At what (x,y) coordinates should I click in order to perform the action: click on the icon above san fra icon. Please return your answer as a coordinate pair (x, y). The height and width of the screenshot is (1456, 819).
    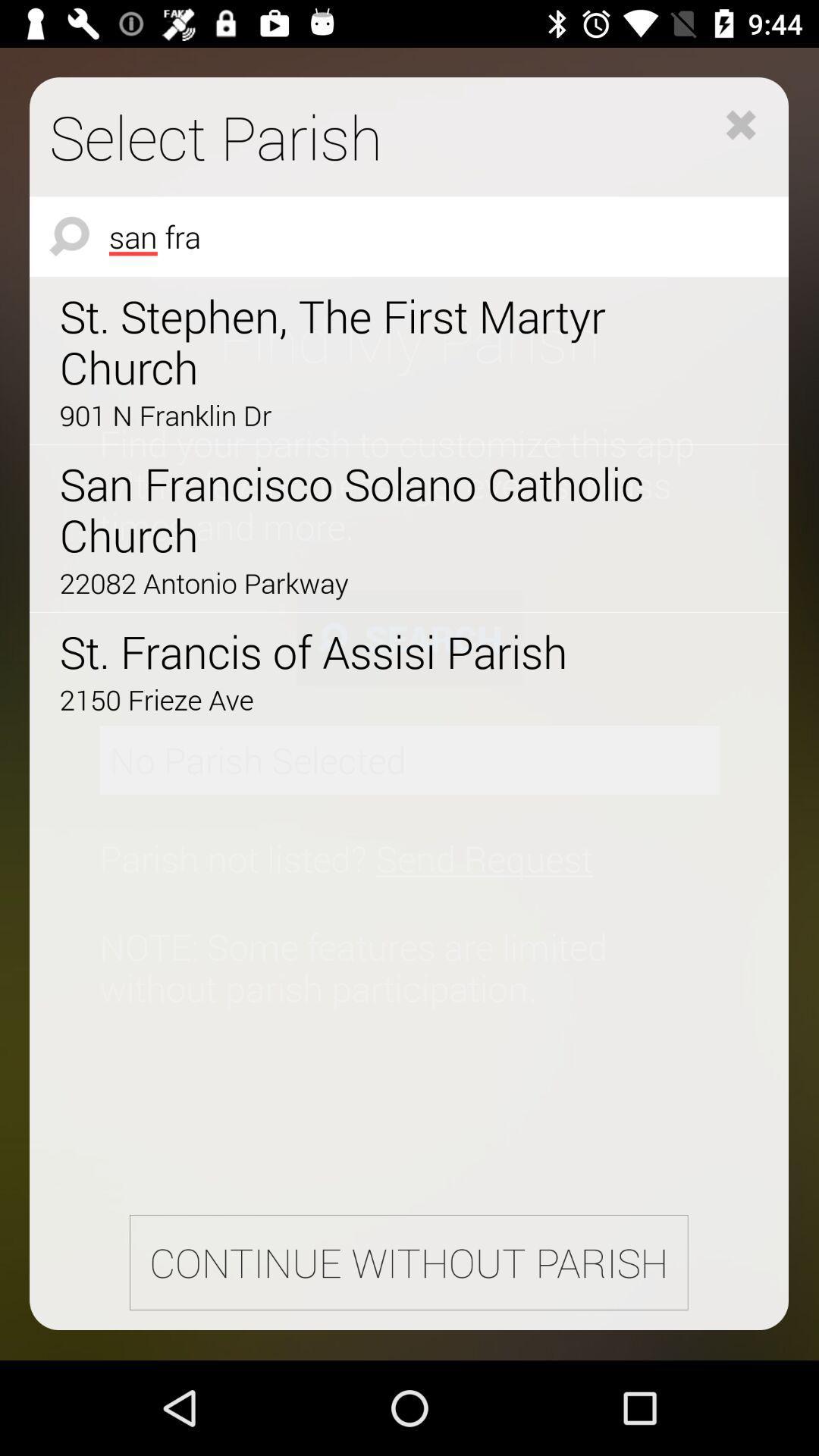
    Looking at the image, I should click on (740, 124).